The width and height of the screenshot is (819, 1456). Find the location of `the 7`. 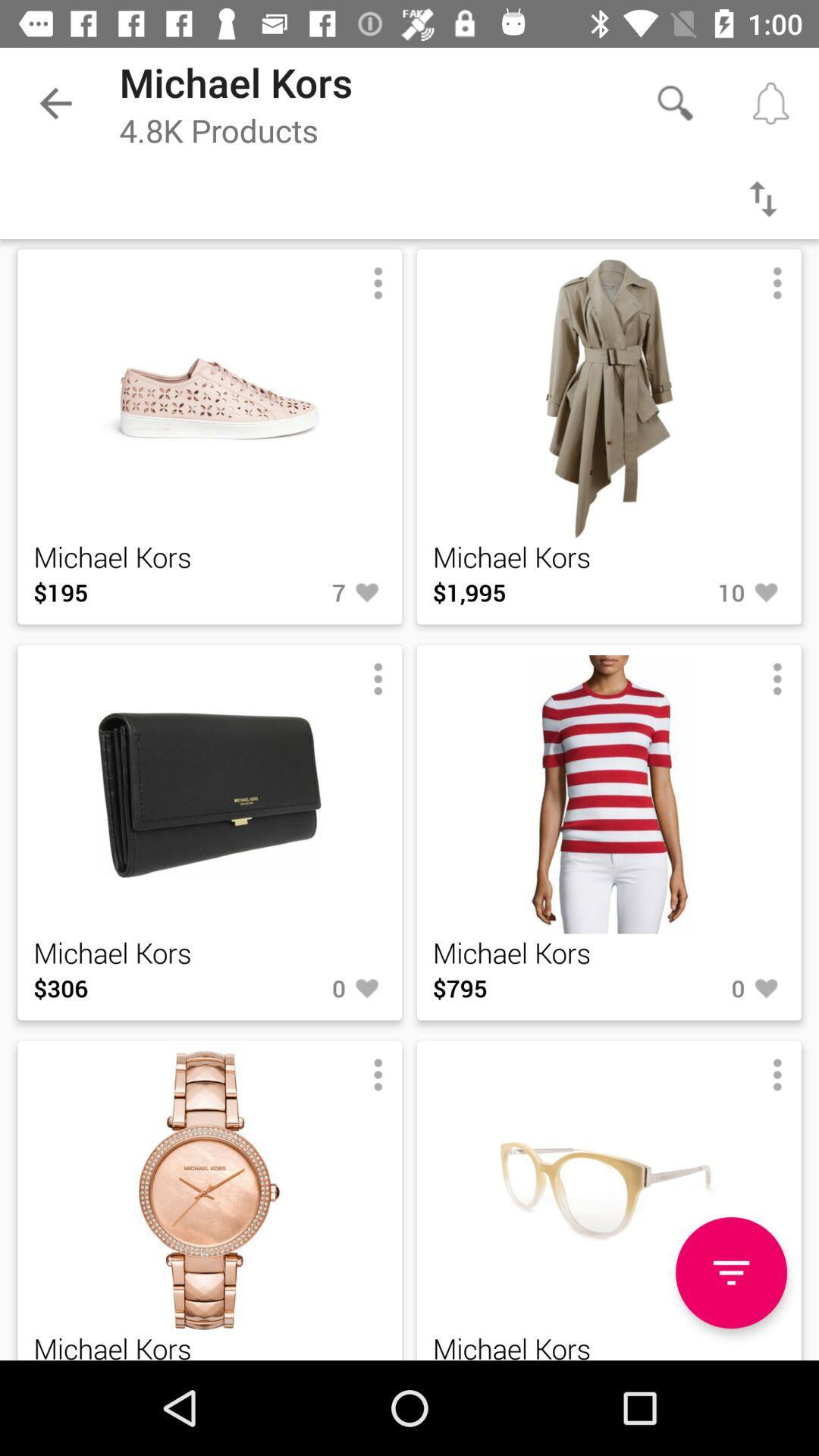

the 7 is located at coordinates (298, 591).